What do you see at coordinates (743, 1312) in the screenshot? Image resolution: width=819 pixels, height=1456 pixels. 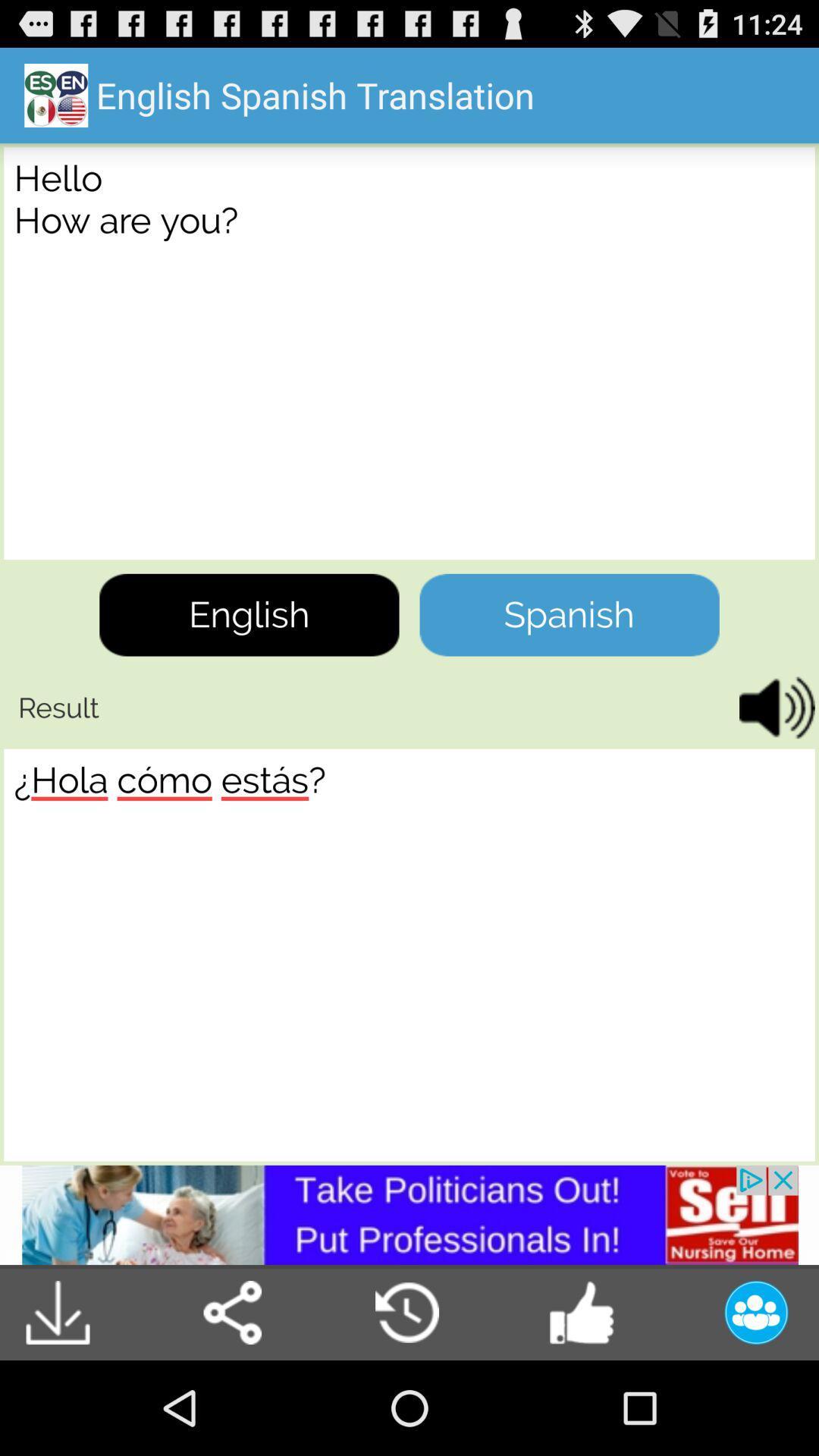 I see `the profile option on the bottom right corner` at bounding box center [743, 1312].